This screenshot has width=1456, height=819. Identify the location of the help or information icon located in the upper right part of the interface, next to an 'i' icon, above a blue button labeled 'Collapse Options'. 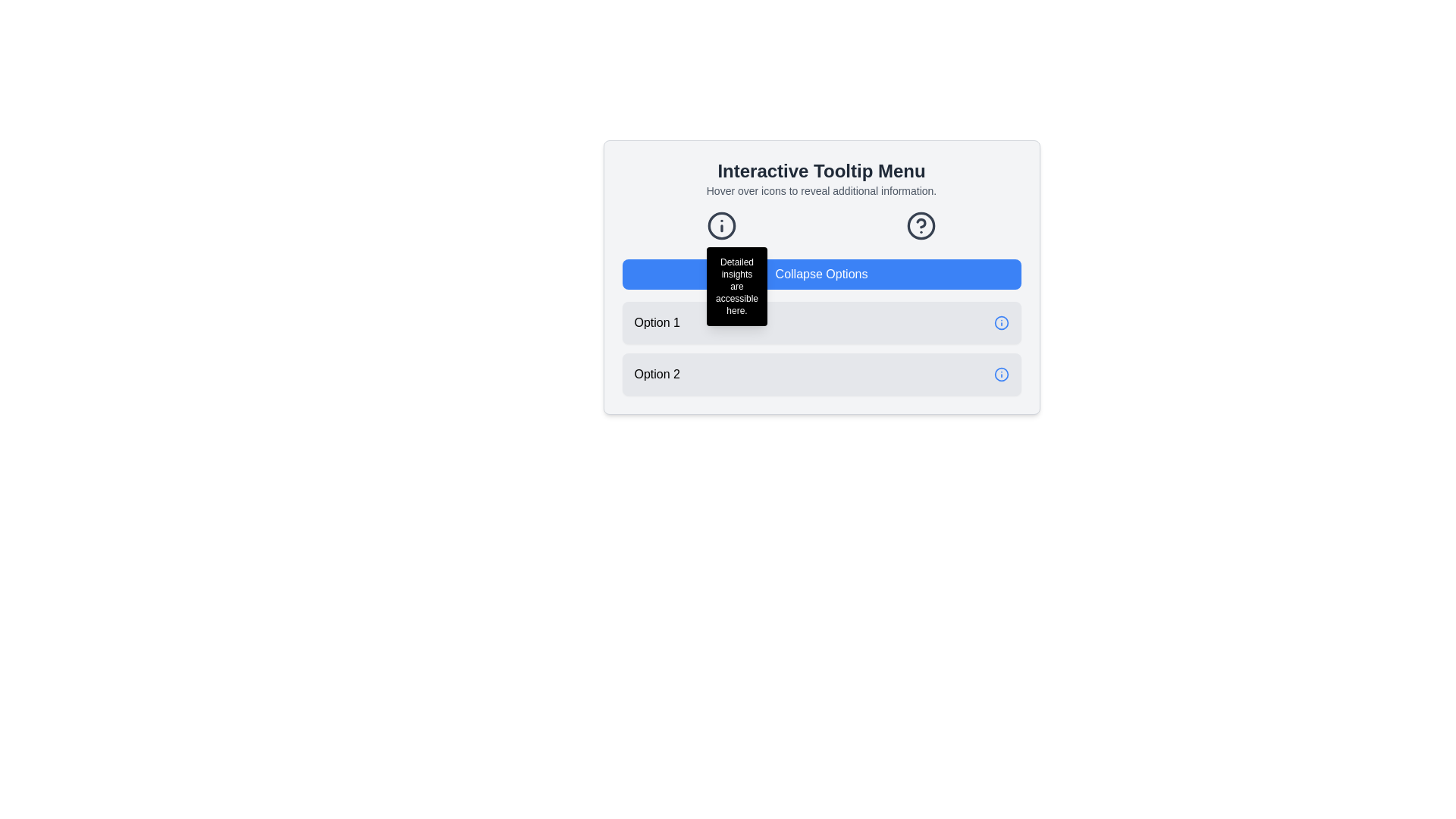
(920, 225).